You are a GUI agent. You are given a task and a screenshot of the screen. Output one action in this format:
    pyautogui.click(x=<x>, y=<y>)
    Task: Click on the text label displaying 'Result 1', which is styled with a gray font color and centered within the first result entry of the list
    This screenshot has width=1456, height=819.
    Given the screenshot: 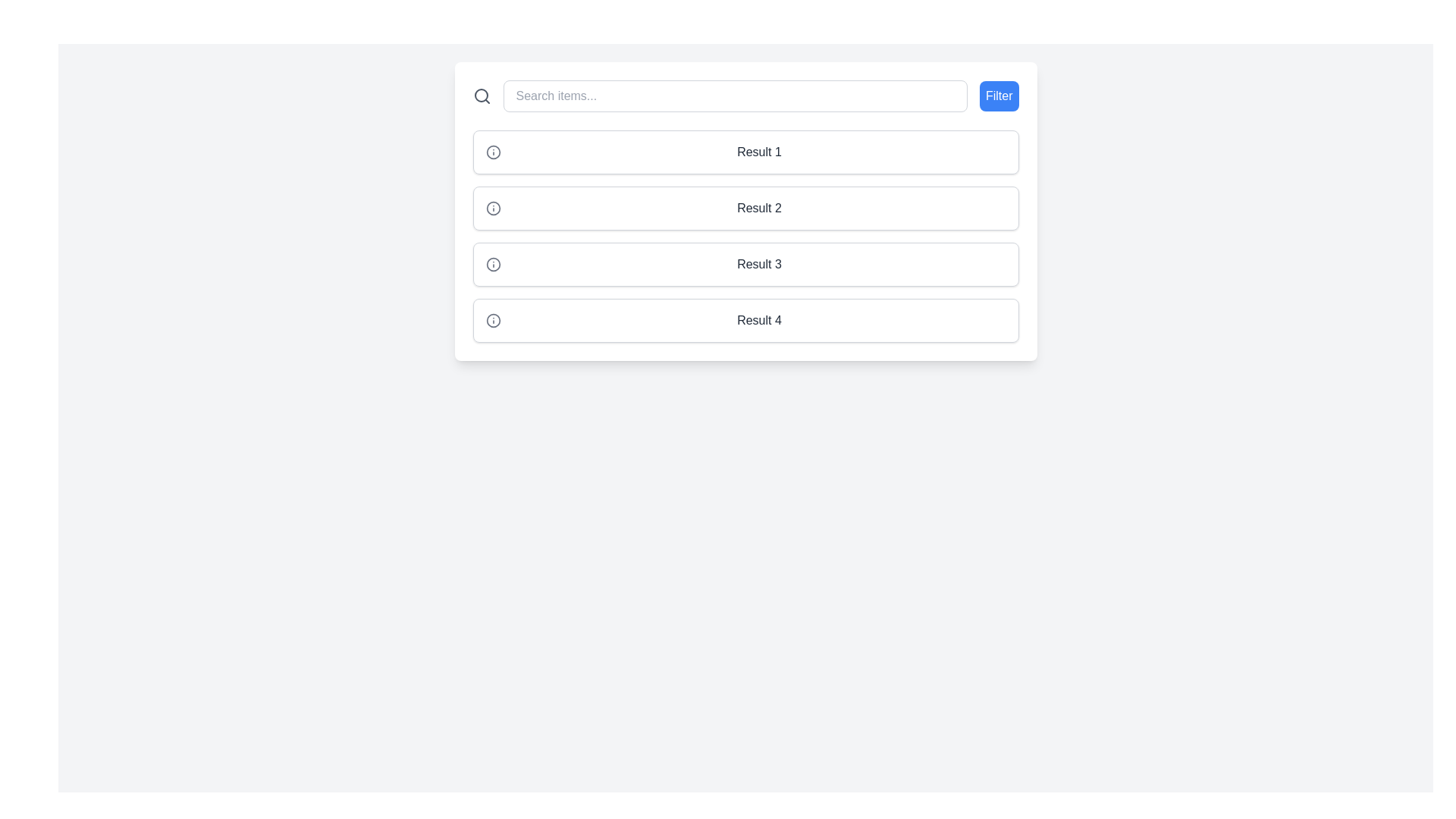 What is the action you would take?
    pyautogui.click(x=759, y=152)
    